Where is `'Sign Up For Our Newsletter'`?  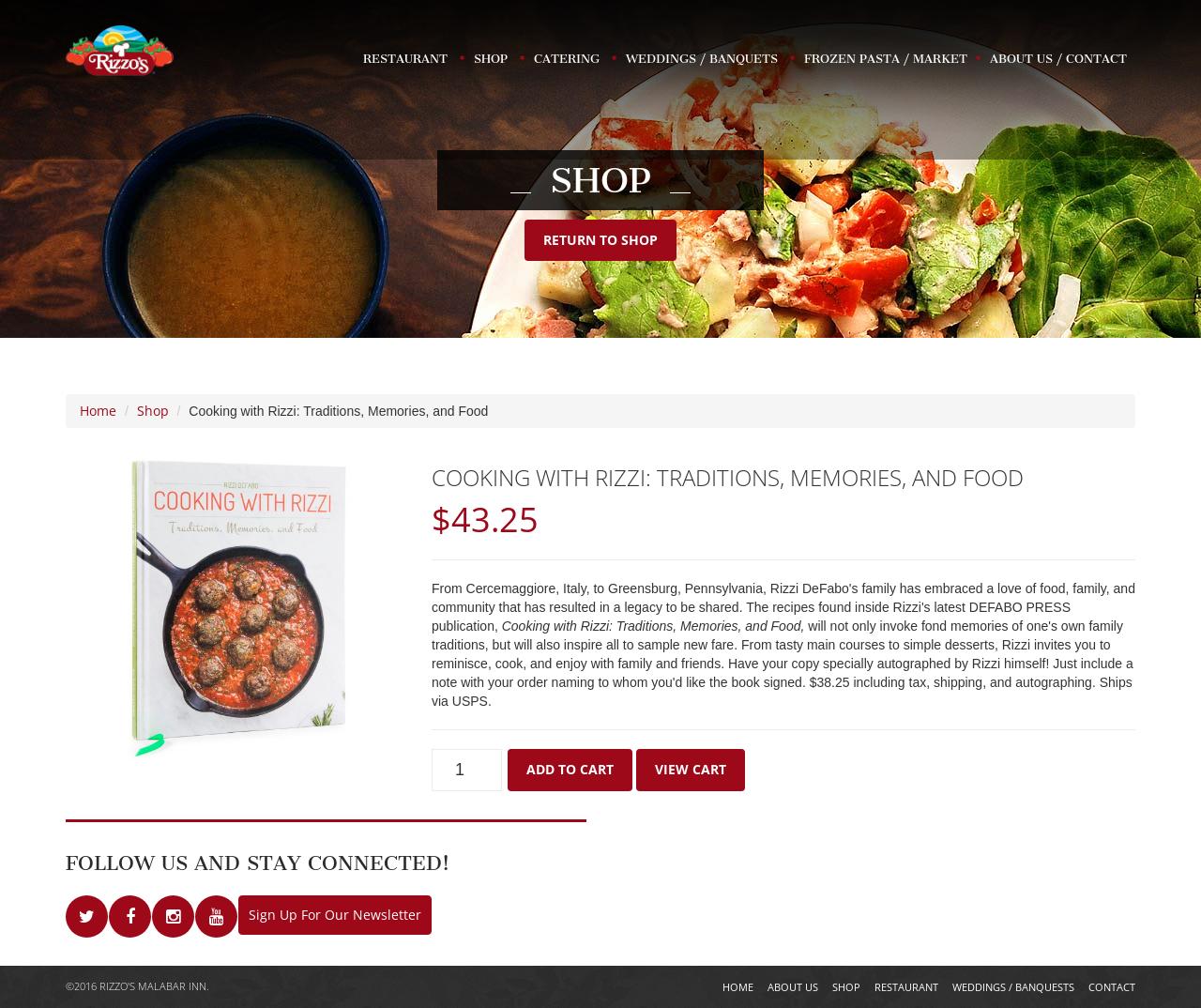
'Sign Up For Our Newsletter' is located at coordinates (334, 913).